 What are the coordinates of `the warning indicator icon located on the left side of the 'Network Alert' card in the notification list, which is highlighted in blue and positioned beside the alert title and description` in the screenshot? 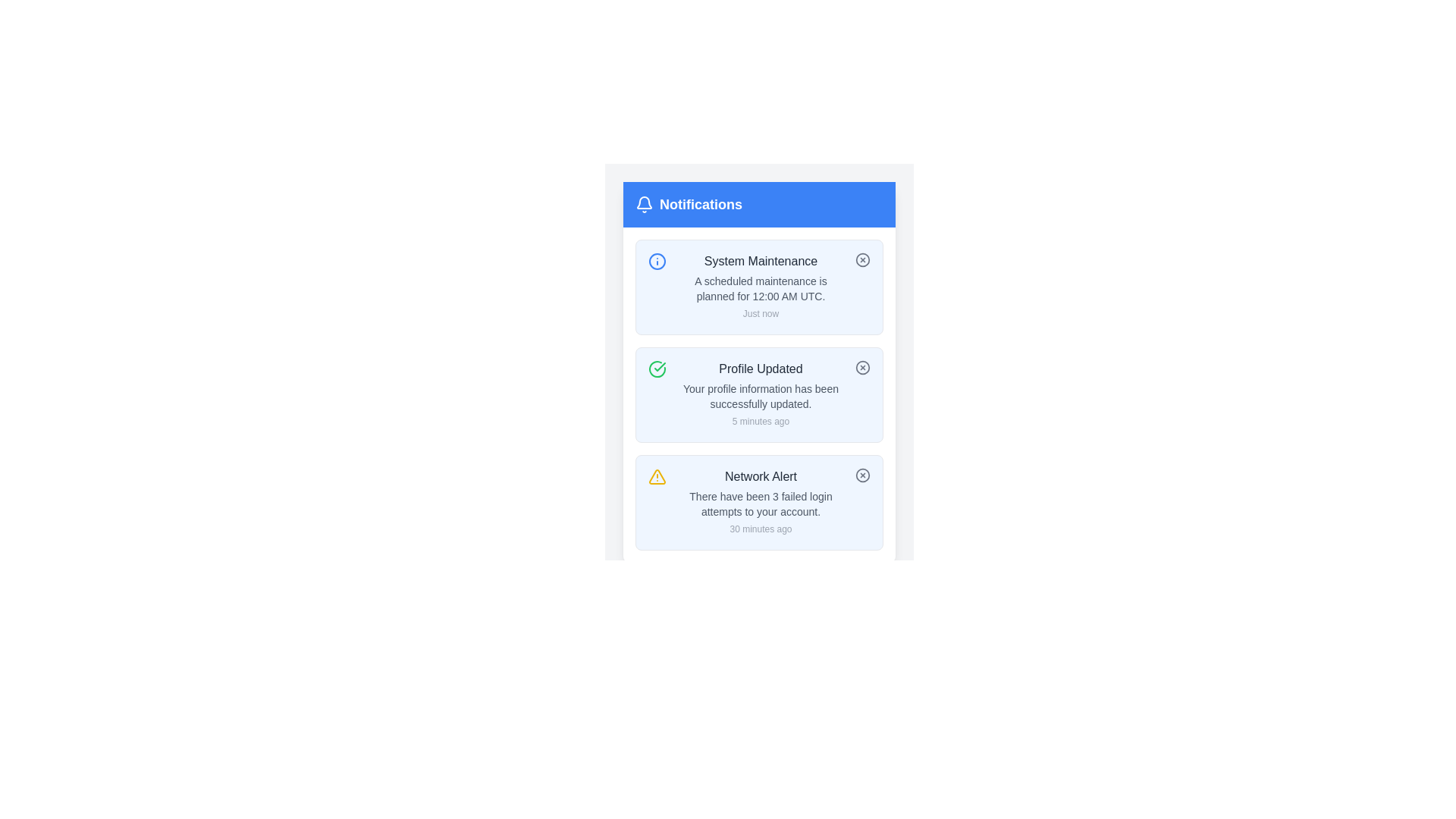 It's located at (657, 475).